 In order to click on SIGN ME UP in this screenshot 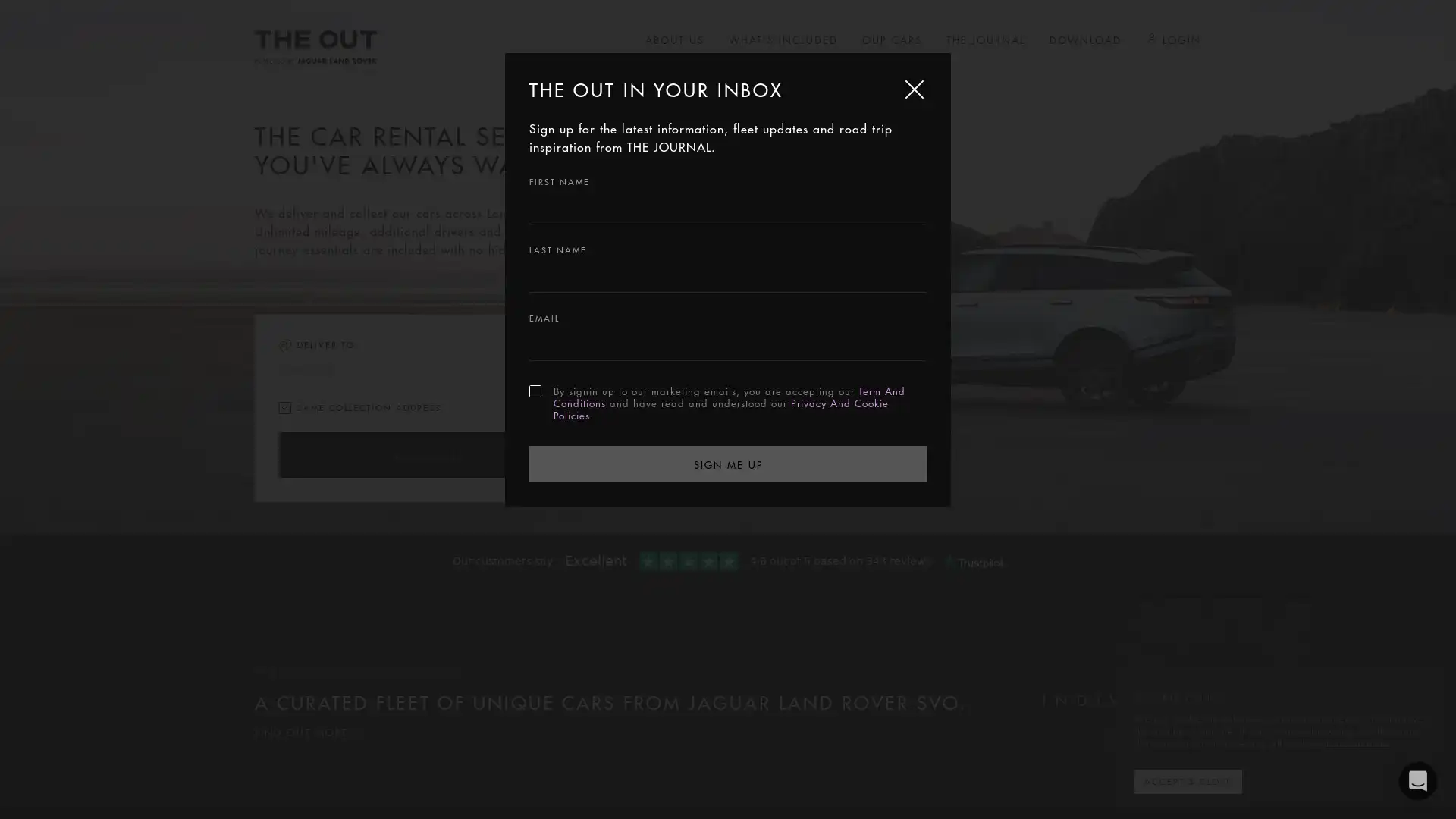, I will do `click(728, 462)`.